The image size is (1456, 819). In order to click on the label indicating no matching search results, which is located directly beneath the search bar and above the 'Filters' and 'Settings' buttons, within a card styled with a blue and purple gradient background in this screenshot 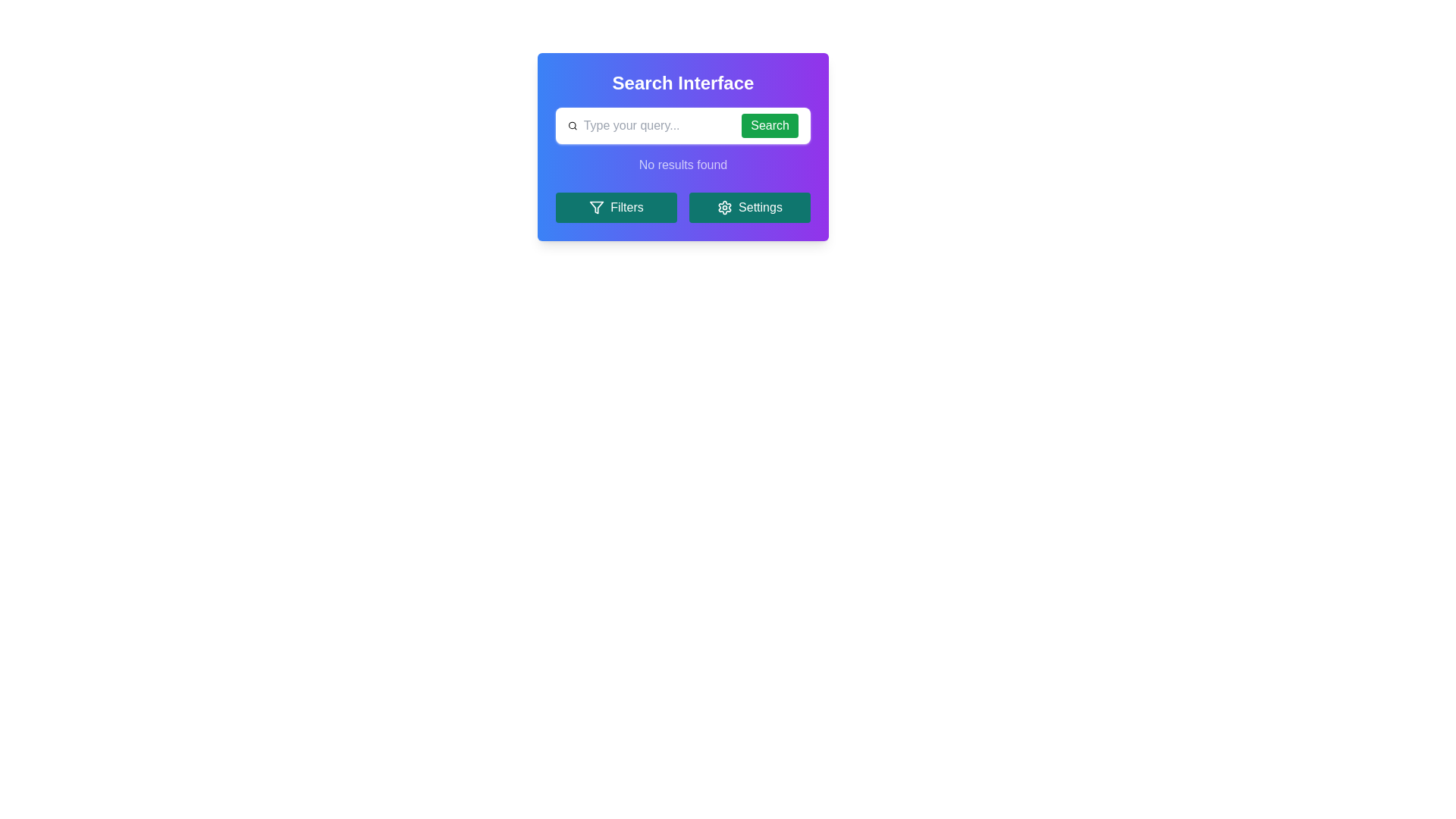, I will do `click(682, 165)`.